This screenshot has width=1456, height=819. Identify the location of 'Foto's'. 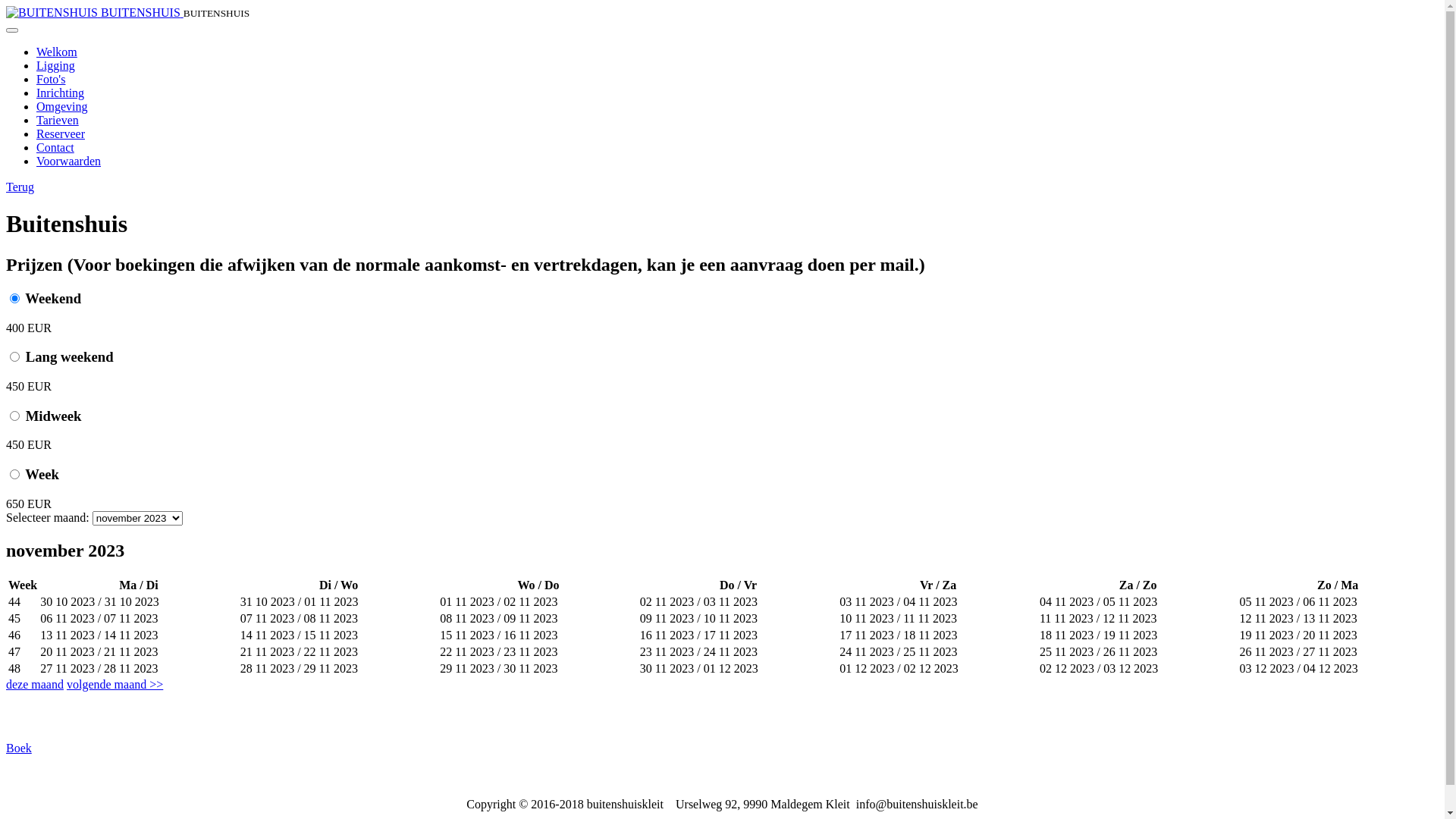
(51, 79).